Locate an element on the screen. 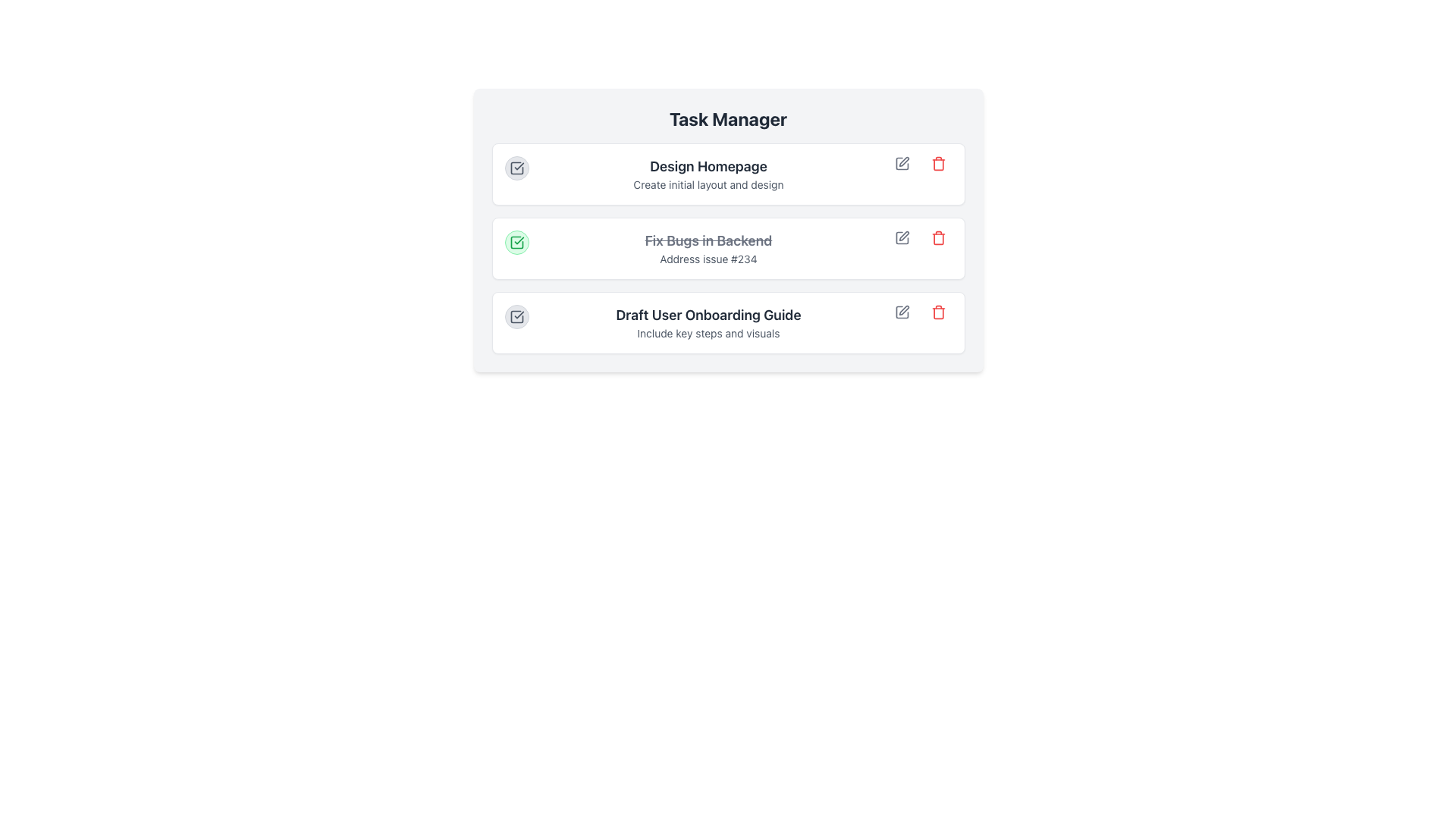 This screenshot has height=819, width=1456. the checkbox on the second task card in the task manager to mark the task complete is located at coordinates (728, 247).